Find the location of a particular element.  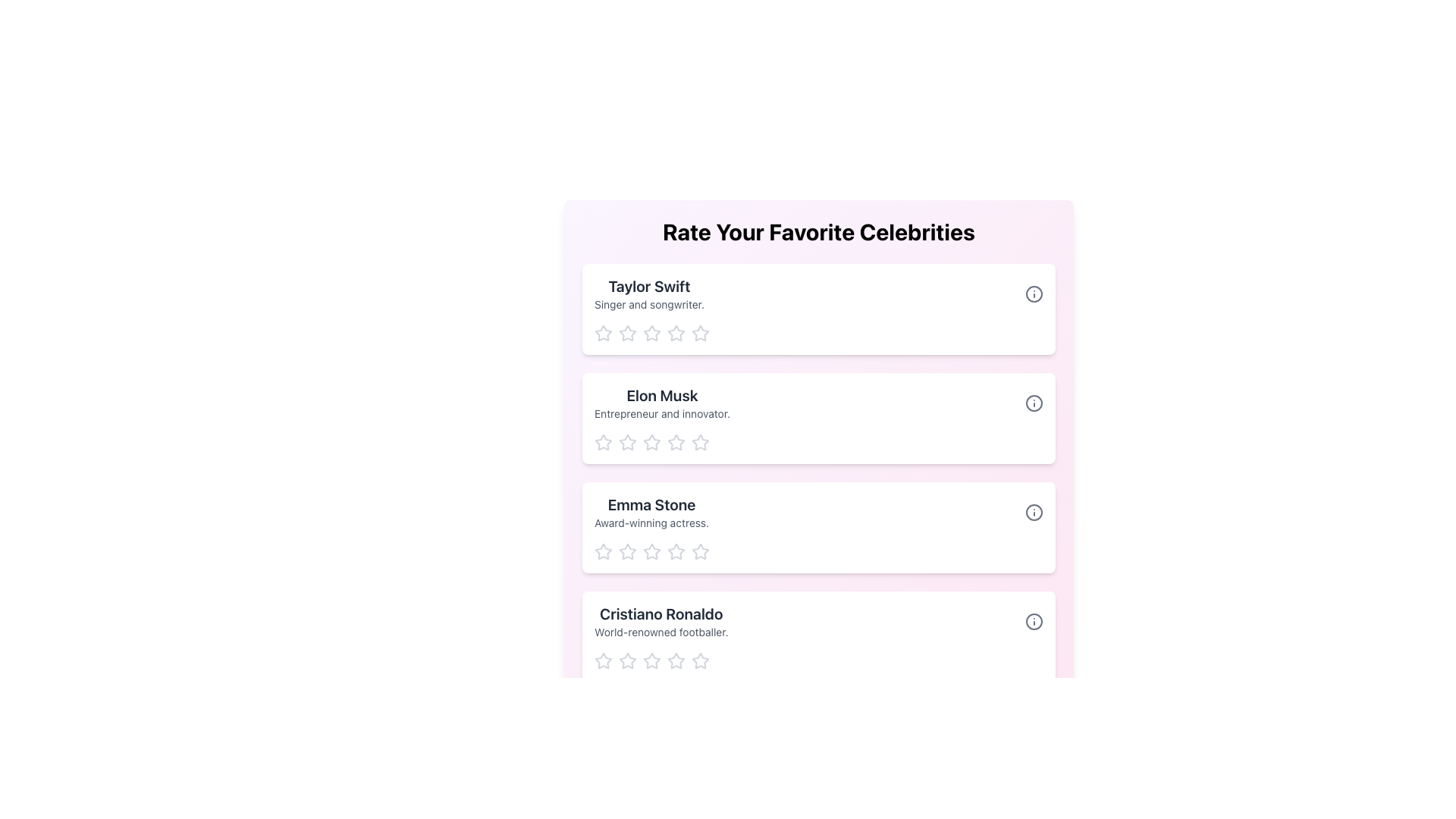

on the fifth star-shaped interactive icon with a hollow gray design, located below the 'Cristiano Ronaldo' entry is located at coordinates (676, 660).